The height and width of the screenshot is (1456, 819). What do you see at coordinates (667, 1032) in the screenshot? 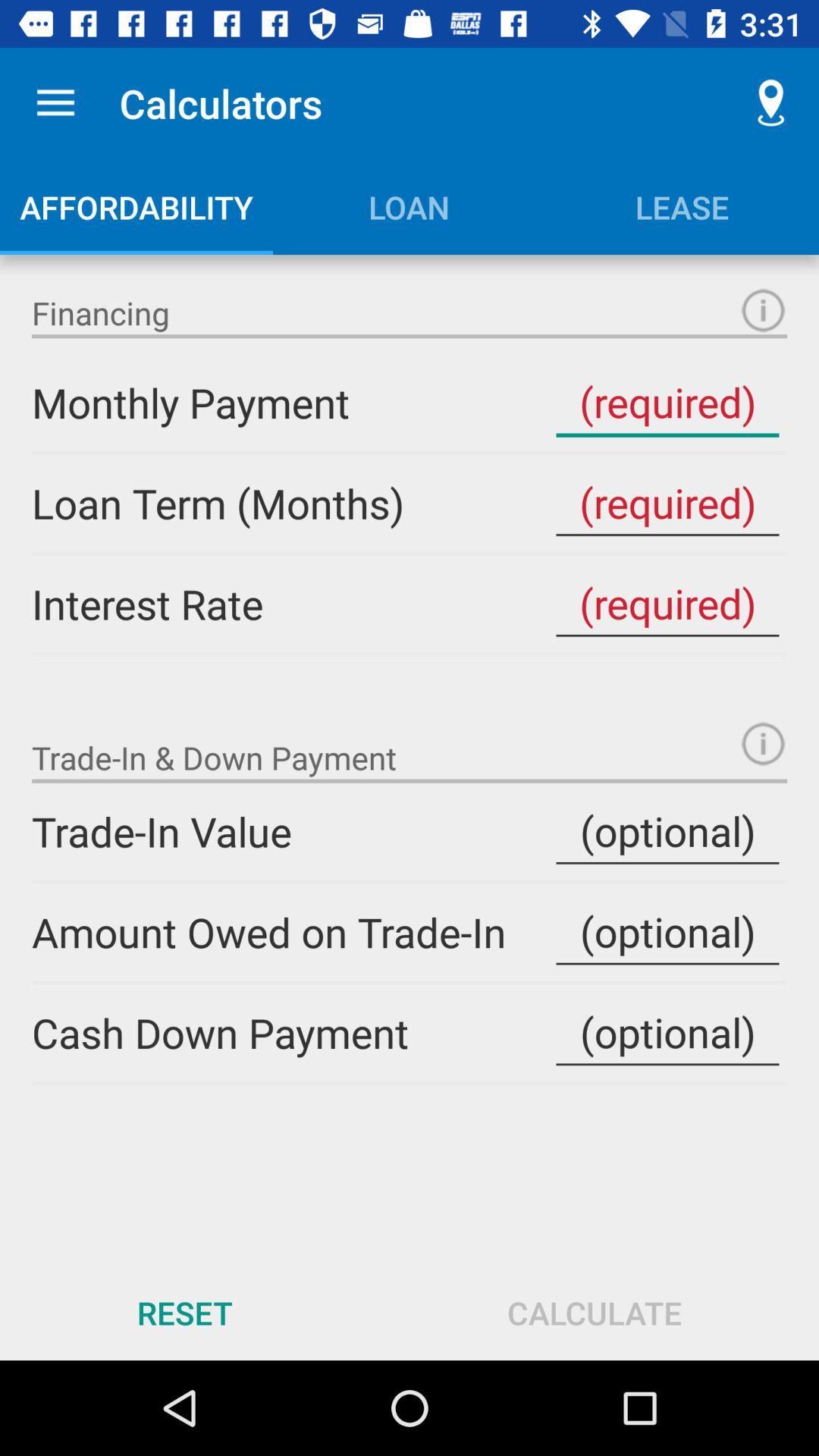
I see `cash down payment` at bounding box center [667, 1032].